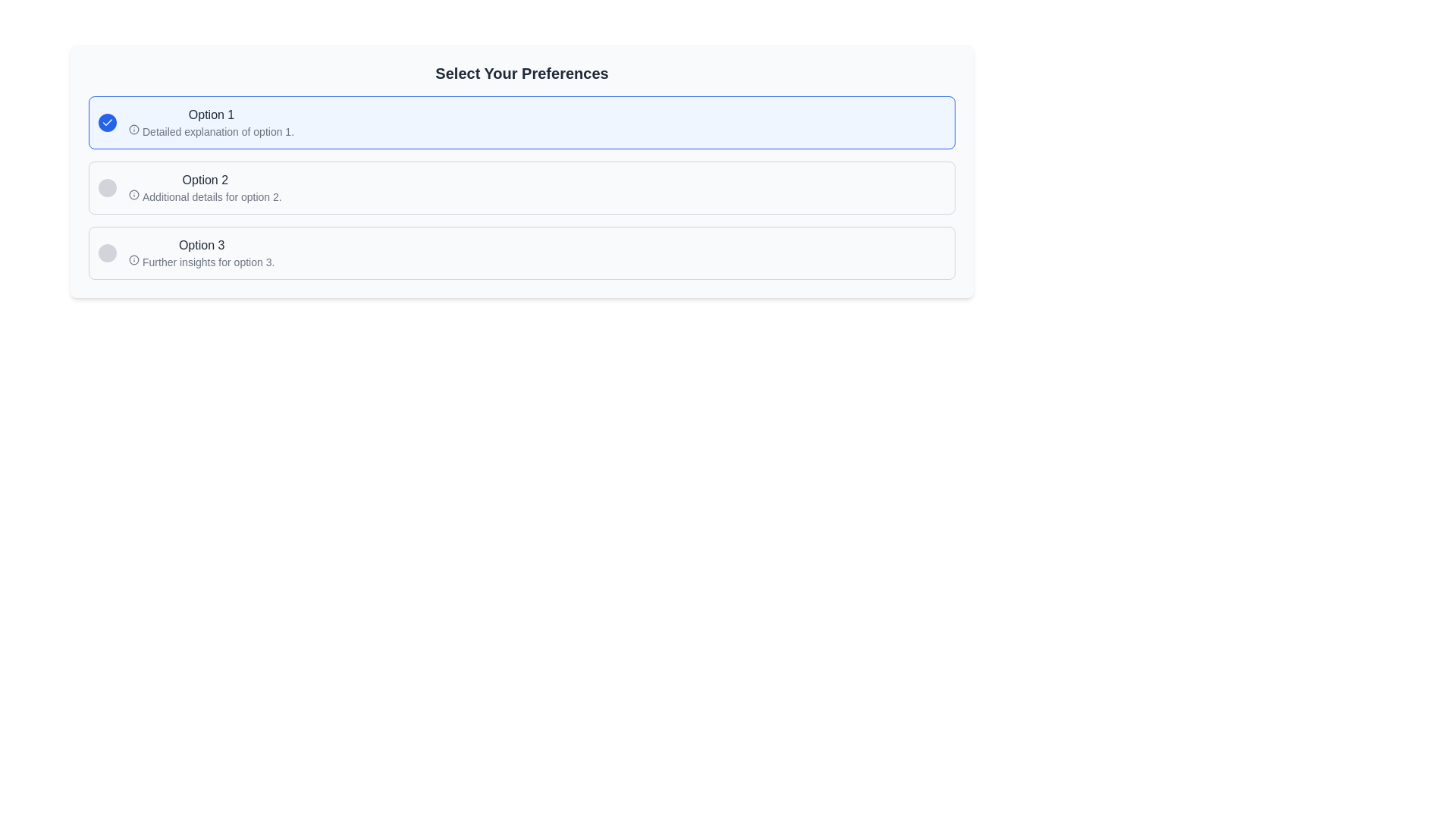  What do you see at coordinates (201, 262) in the screenshot?
I see `the textual description 'Further insights for option 3.' accompanied by an information icon, located beneath the 'Option 3' text` at bounding box center [201, 262].